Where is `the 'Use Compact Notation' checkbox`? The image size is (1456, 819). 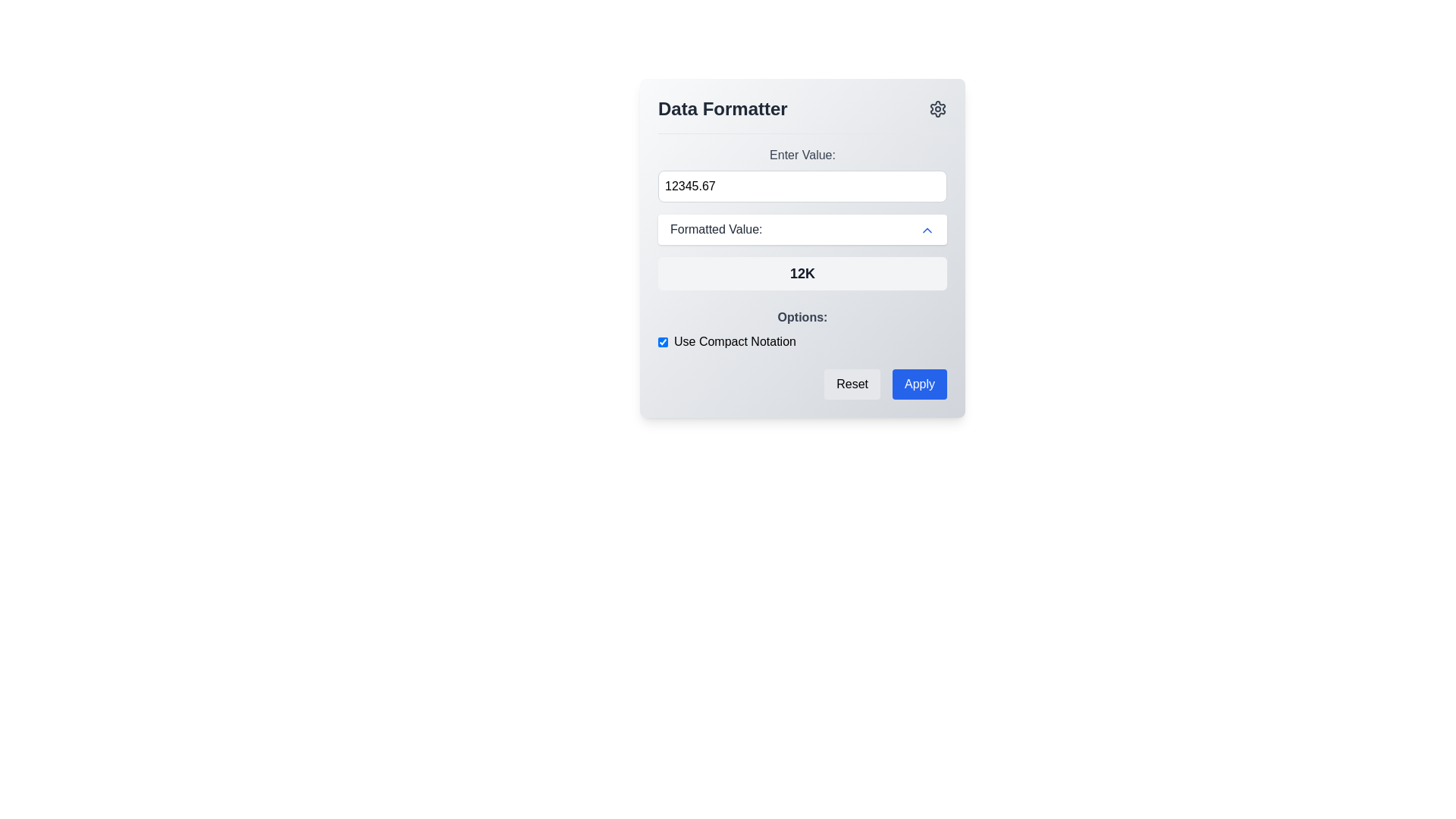 the 'Use Compact Notation' checkbox is located at coordinates (802, 329).